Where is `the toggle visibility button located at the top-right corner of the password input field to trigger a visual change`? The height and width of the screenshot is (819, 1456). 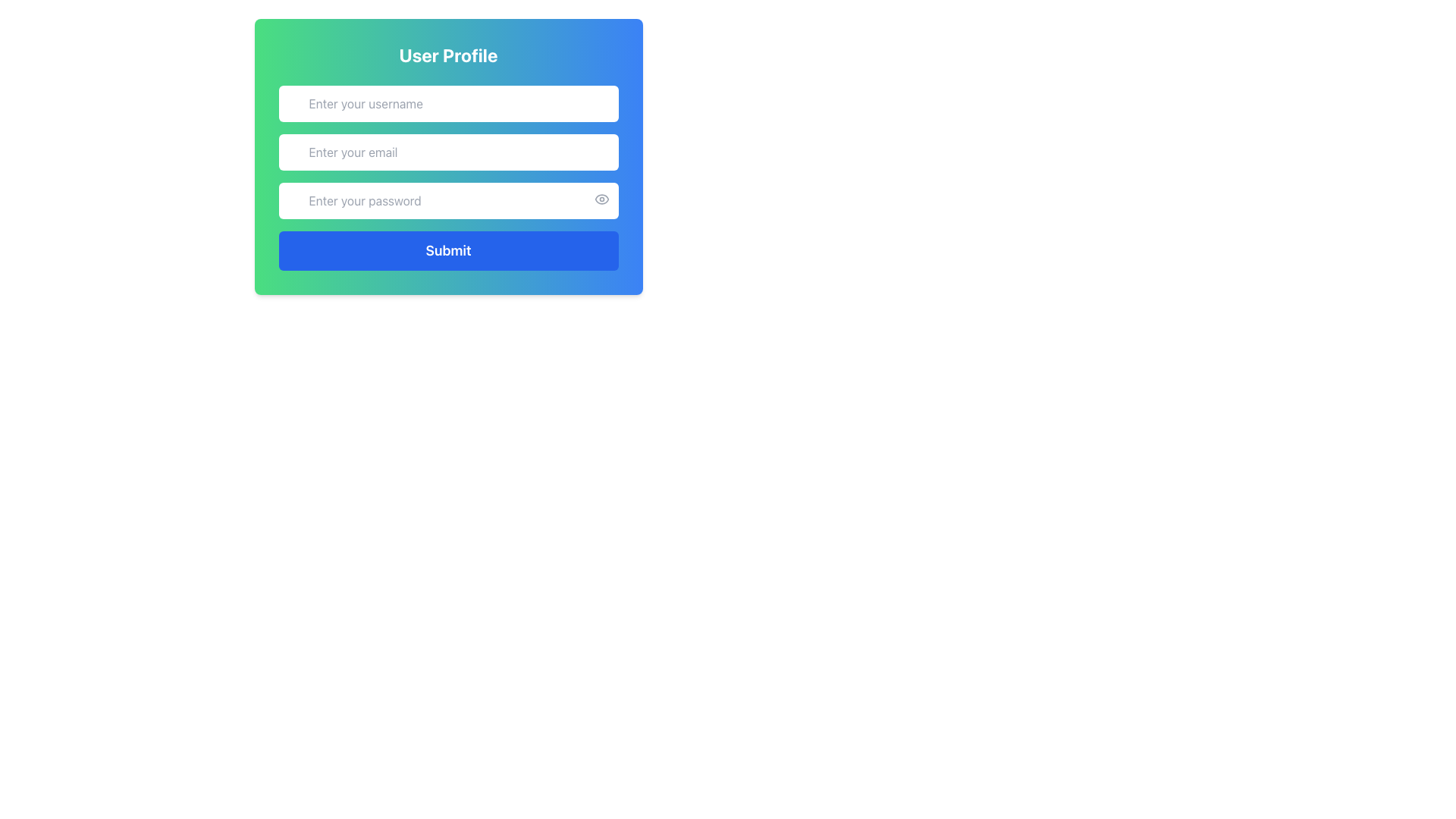 the toggle visibility button located at the top-right corner of the password input field to trigger a visual change is located at coordinates (601, 198).